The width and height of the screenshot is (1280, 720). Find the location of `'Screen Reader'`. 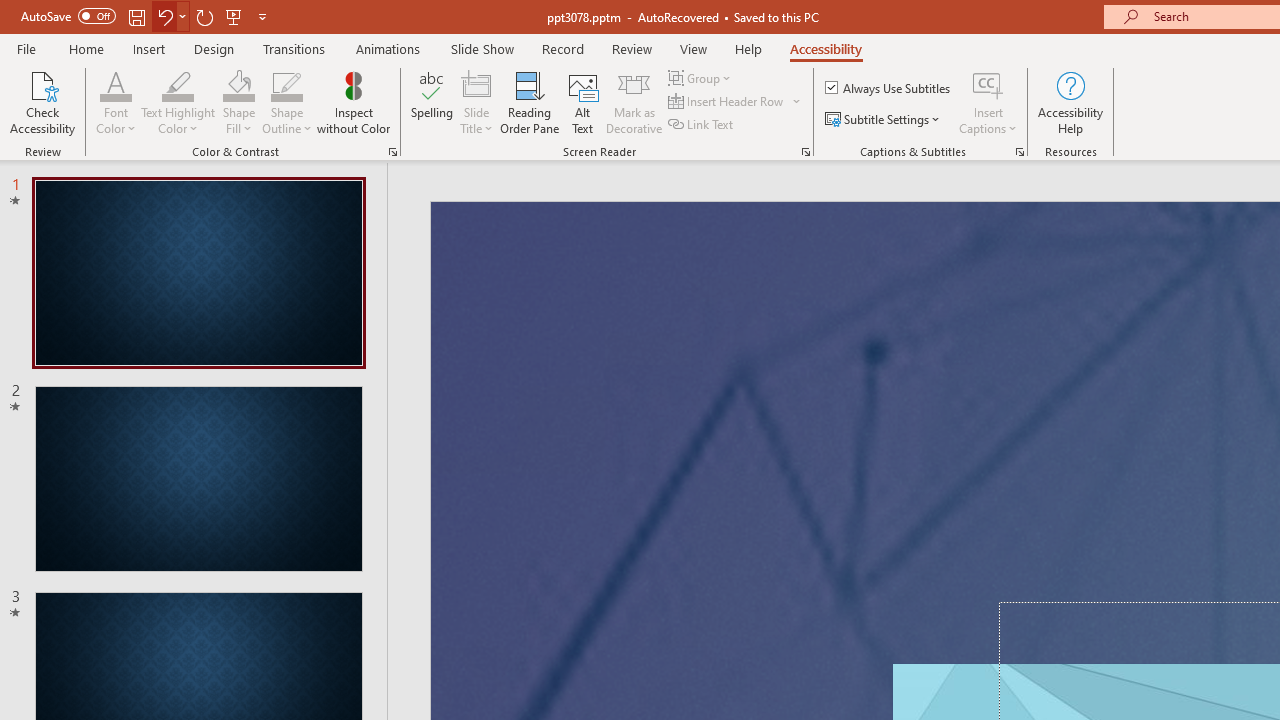

'Screen Reader' is located at coordinates (805, 150).